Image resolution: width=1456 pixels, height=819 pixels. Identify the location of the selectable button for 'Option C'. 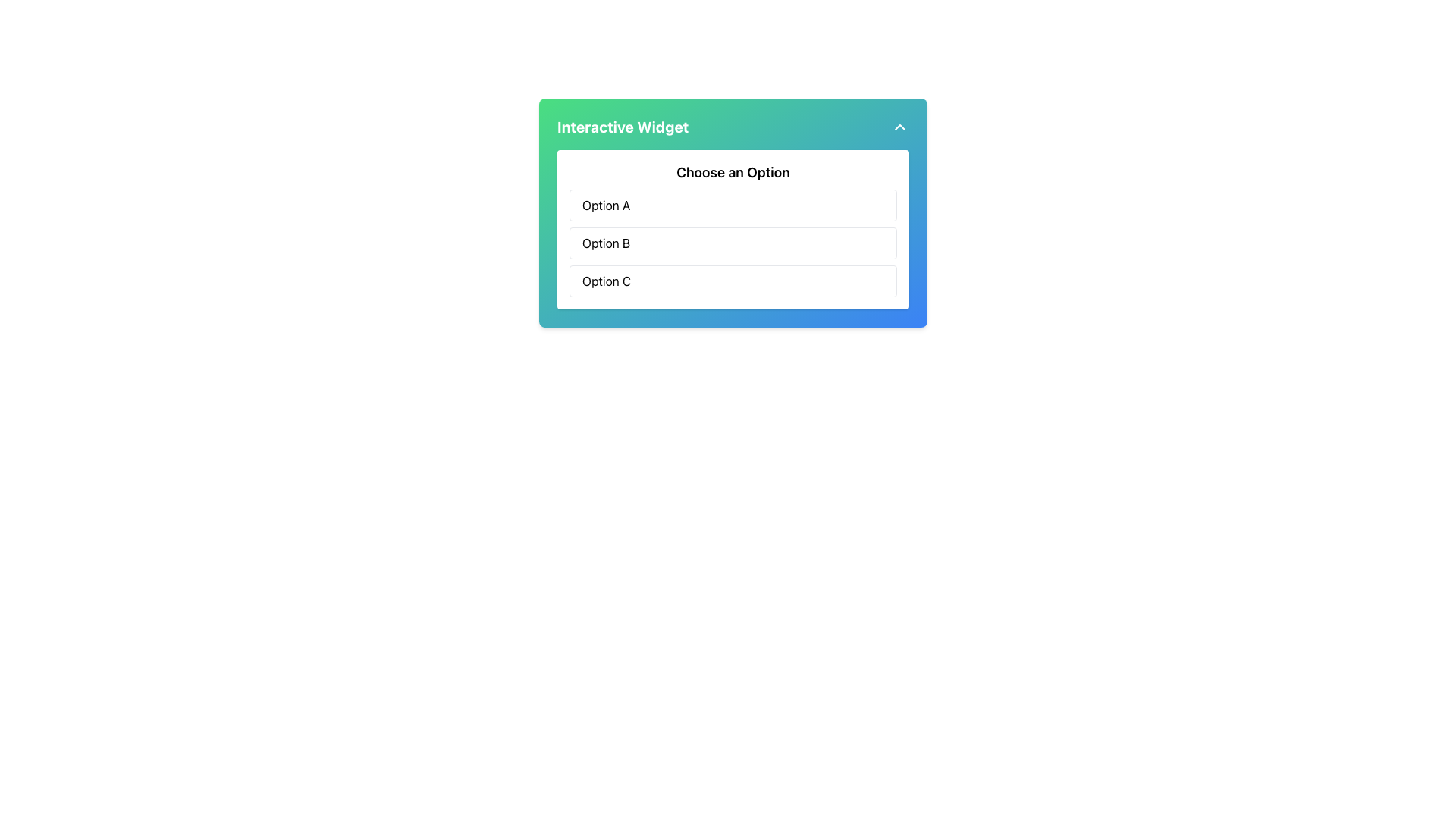
(733, 281).